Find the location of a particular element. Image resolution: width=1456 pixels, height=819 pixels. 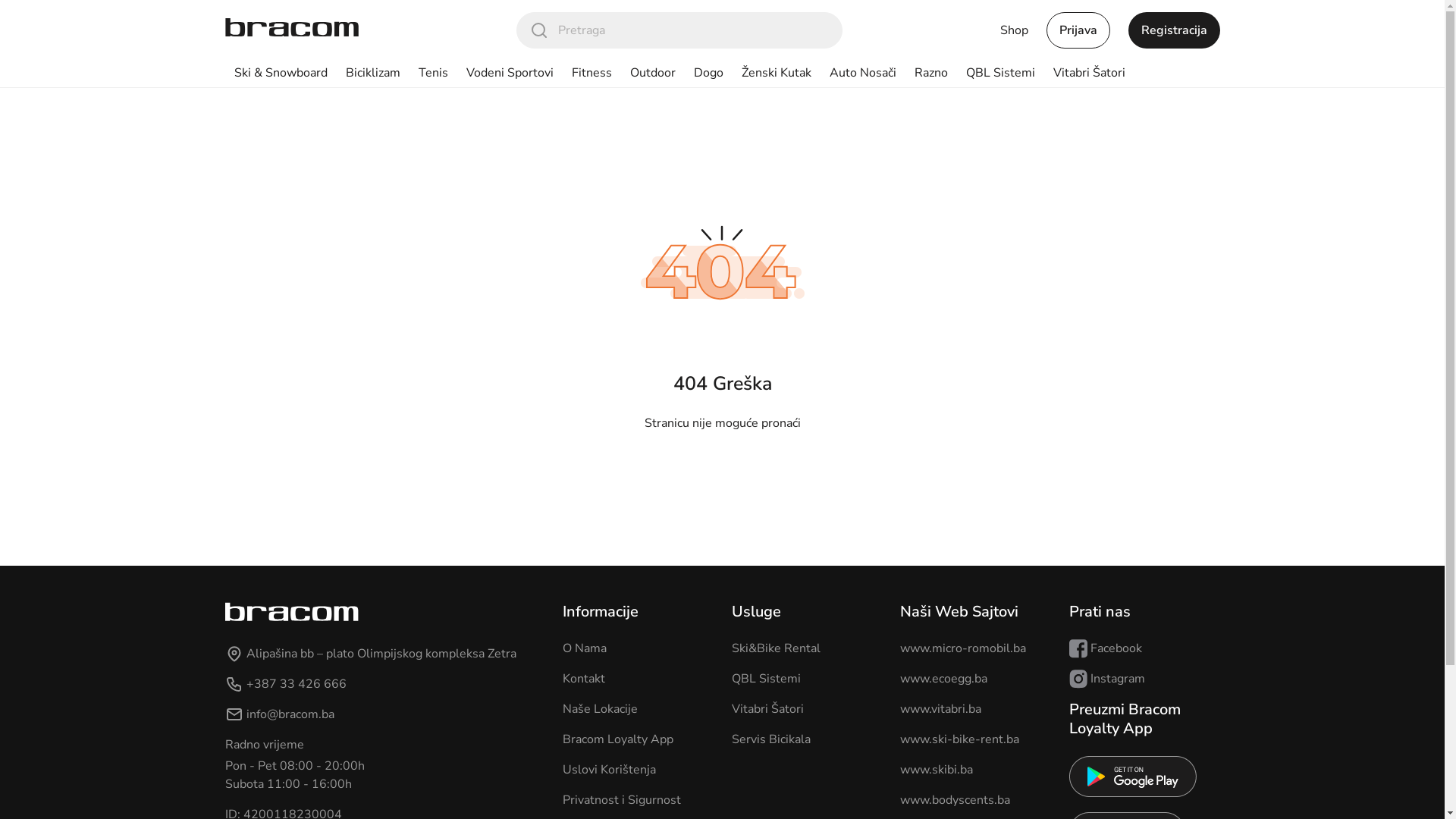

'Kontakt' is located at coordinates (582, 677).